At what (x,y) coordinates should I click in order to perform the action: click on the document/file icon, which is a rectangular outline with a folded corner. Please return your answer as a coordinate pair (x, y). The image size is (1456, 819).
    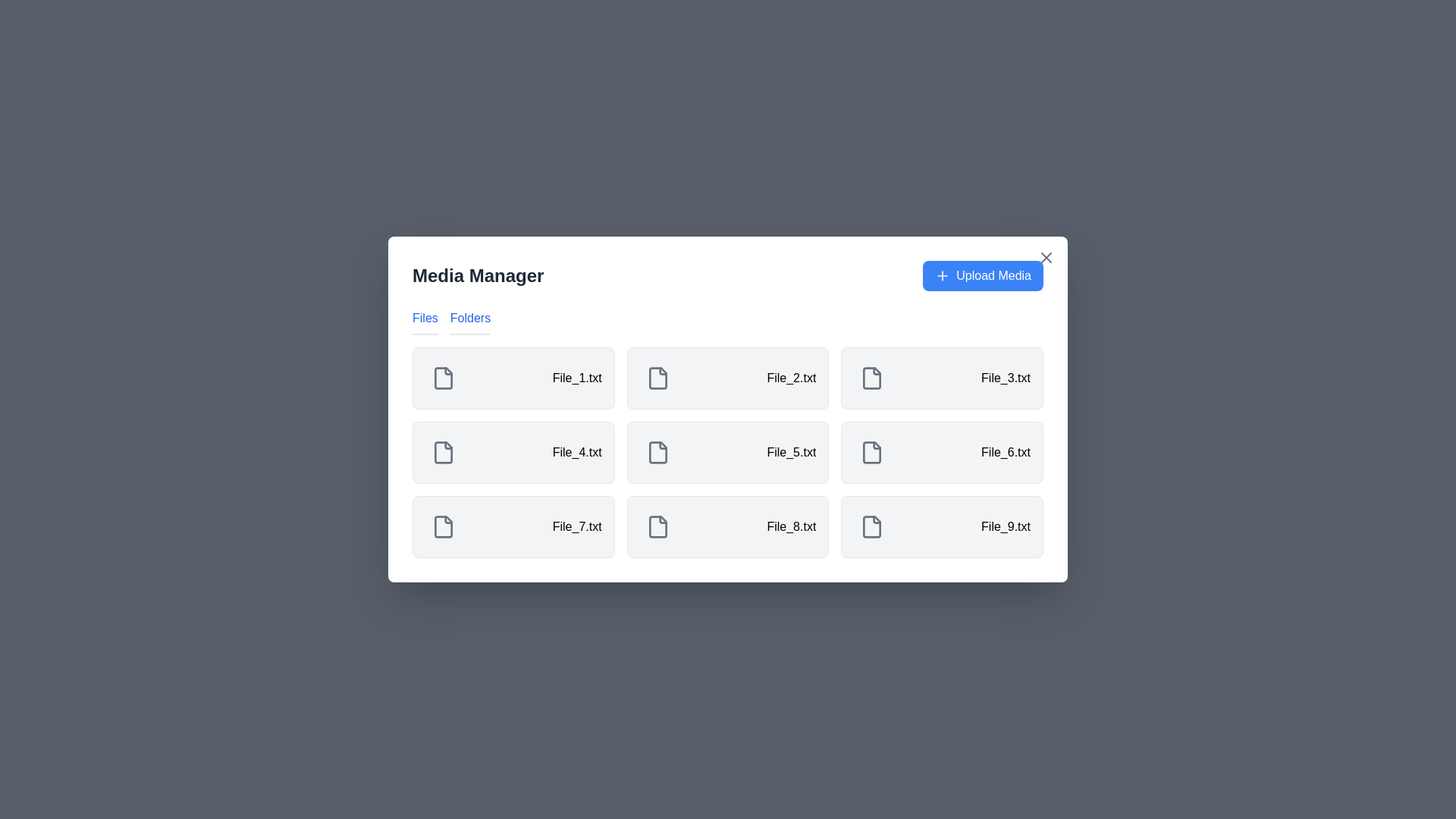
    Looking at the image, I should click on (657, 526).